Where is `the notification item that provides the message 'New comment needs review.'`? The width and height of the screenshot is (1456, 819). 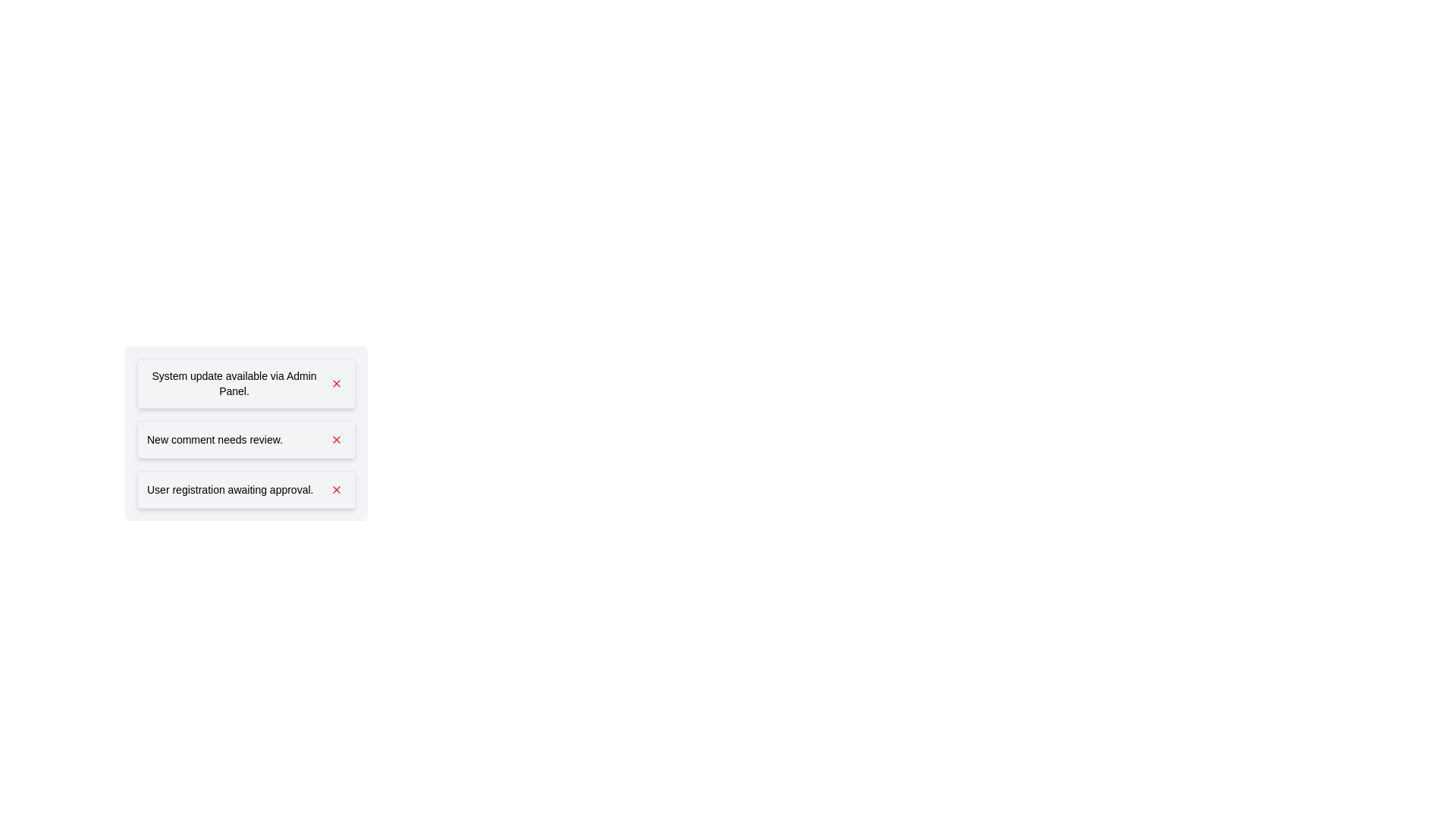 the notification item that provides the message 'New comment needs review.' is located at coordinates (246, 433).